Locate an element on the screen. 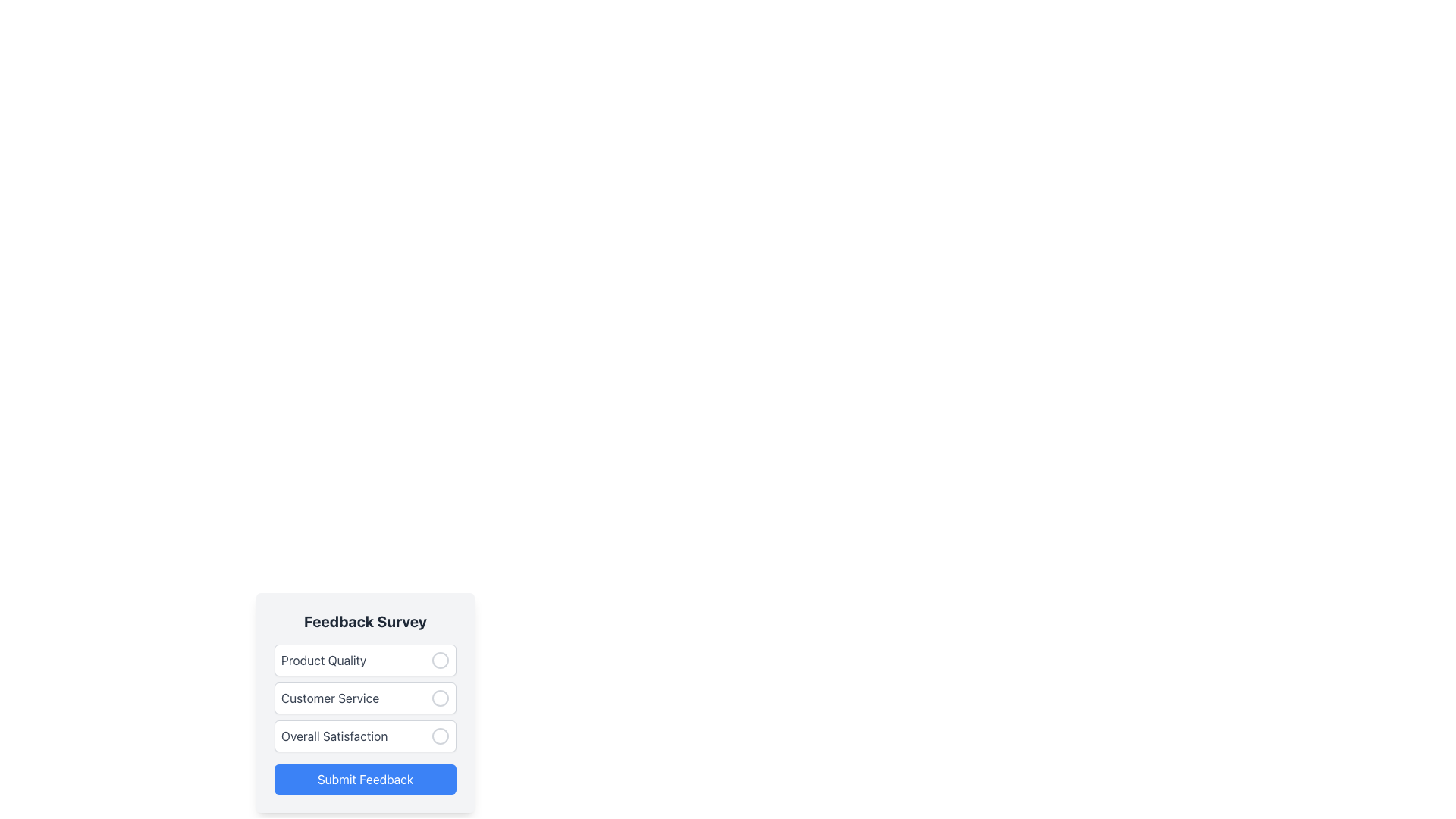 The height and width of the screenshot is (819, 1456). label that displays 'Customer Service', which is the second entry in a vertical list within a feedback survey form is located at coordinates (329, 698).